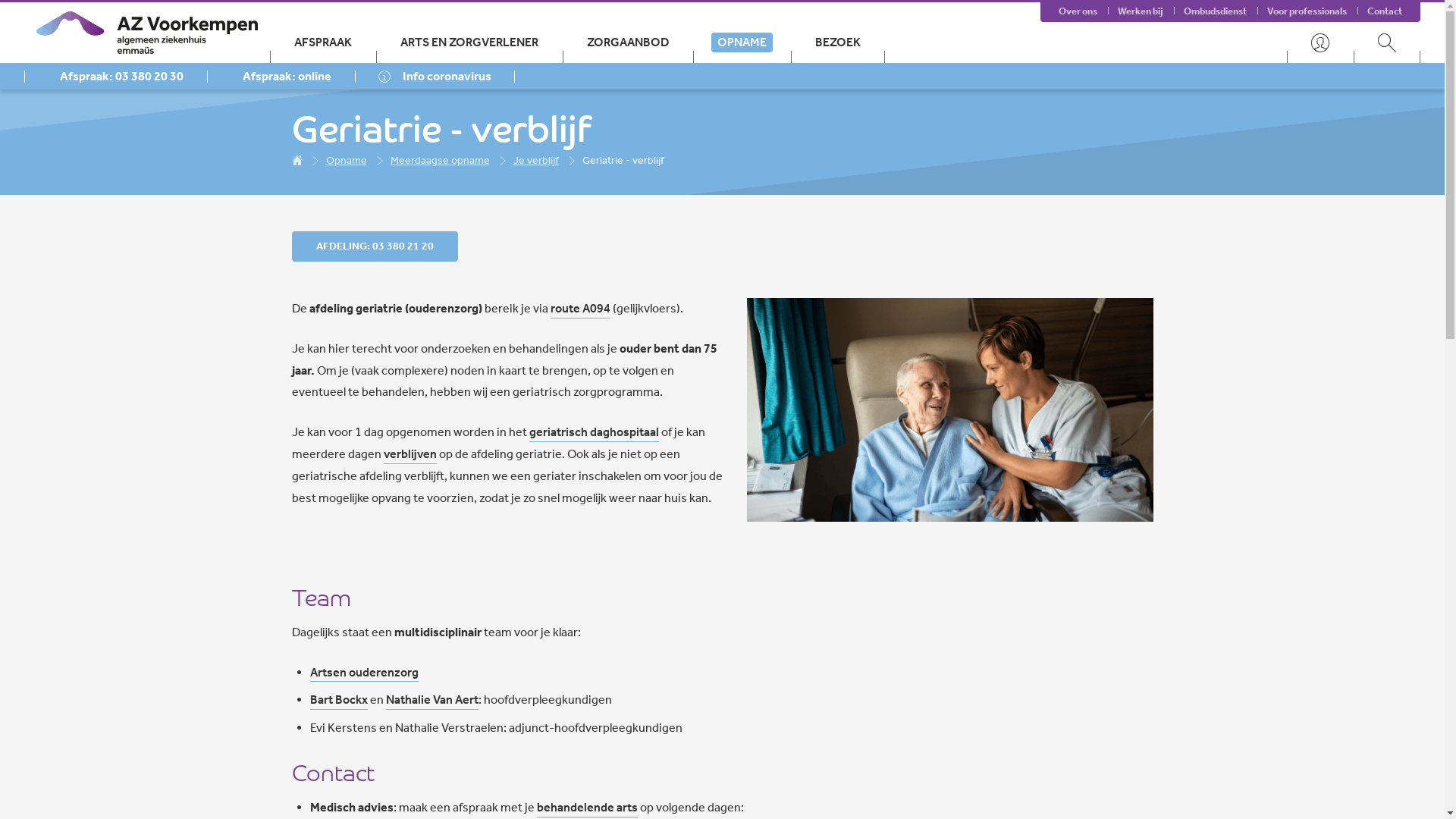  Describe the element at coordinates (431, 700) in the screenshot. I see `'Nathalie Van Aert'` at that location.